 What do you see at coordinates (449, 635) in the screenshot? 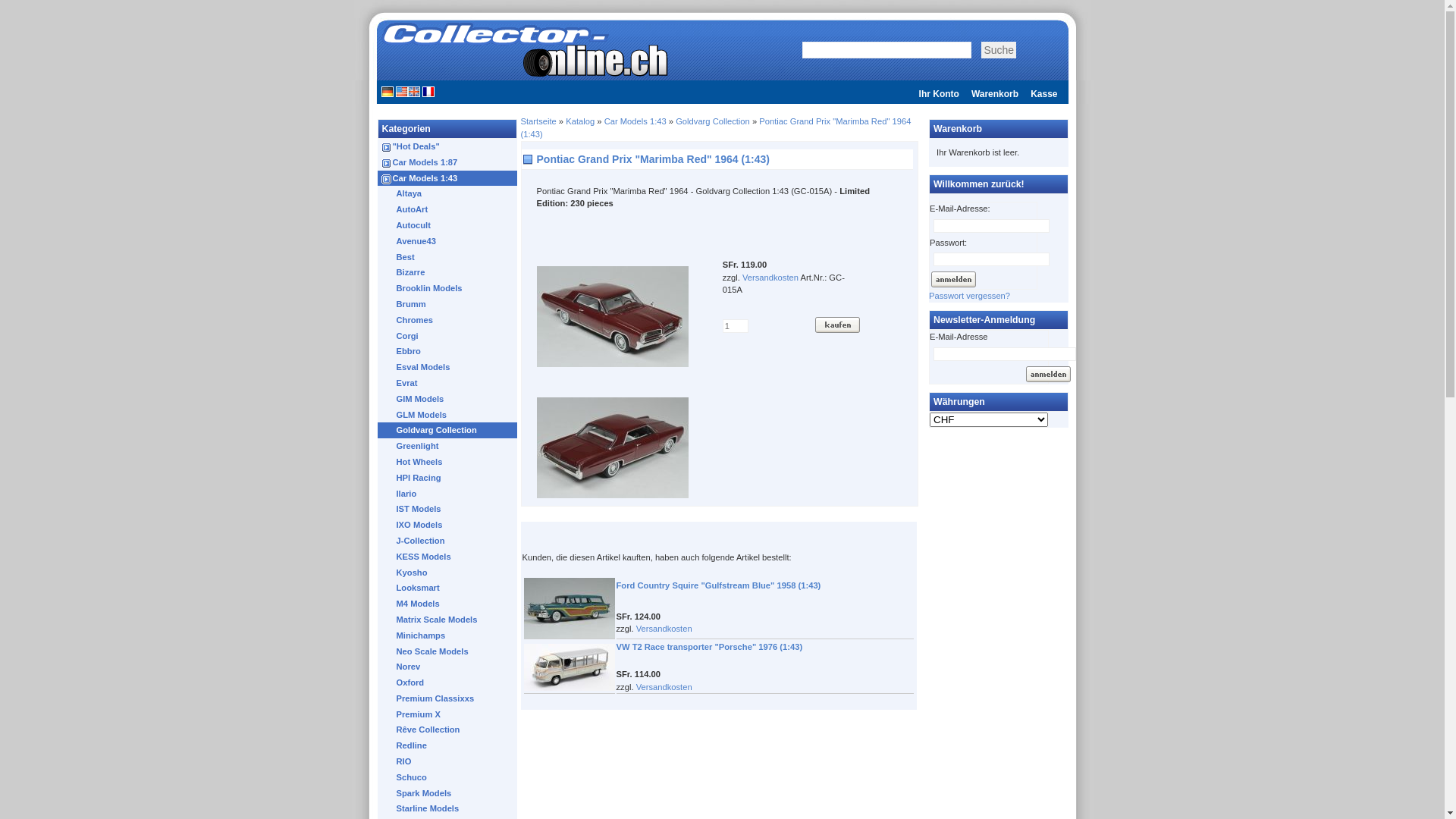
I see `'Minichamps'` at bounding box center [449, 635].